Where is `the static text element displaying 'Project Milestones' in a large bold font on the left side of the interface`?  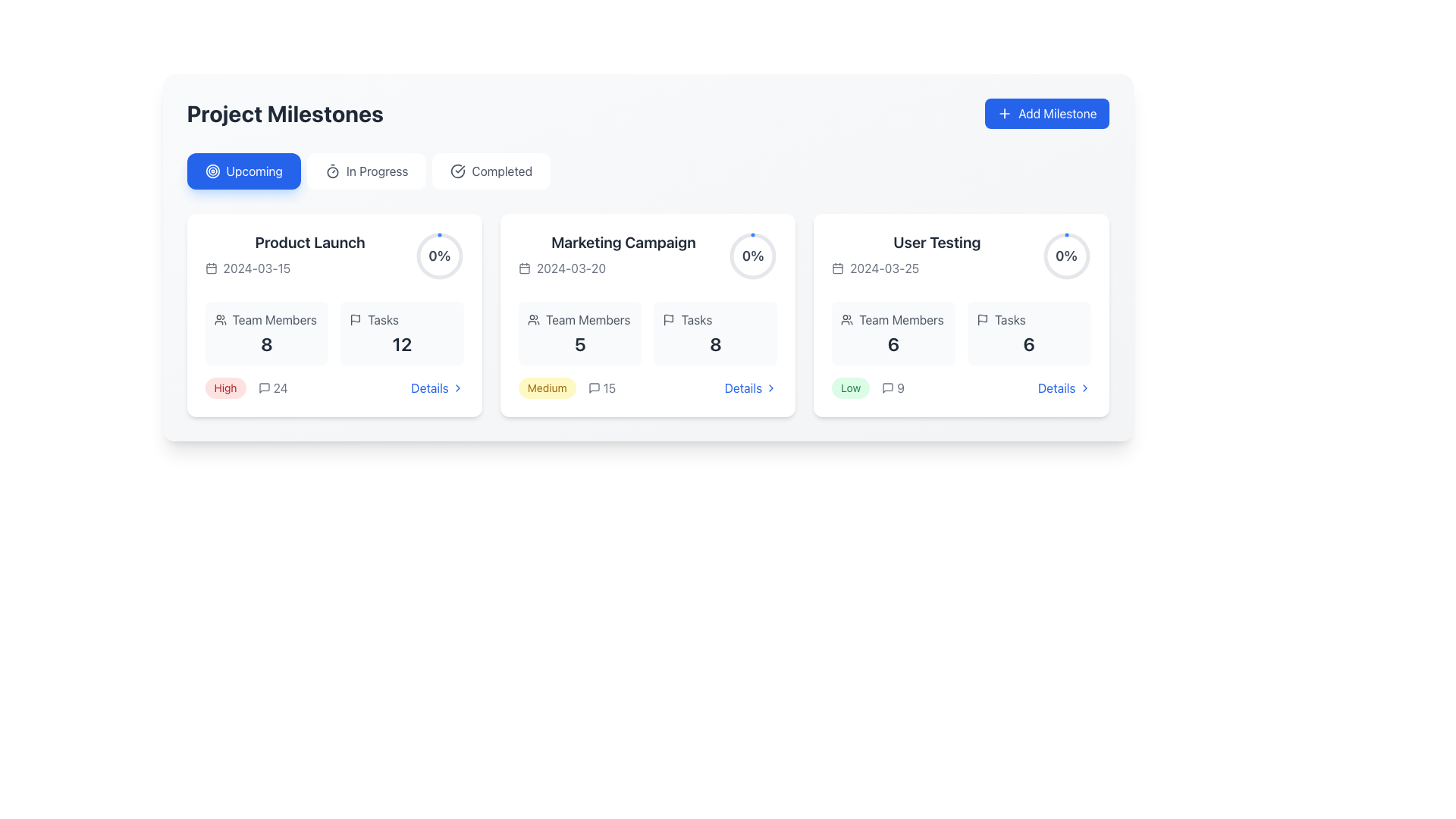
the static text element displaying 'Project Milestones' in a large bold font on the left side of the interface is located at coordinates (285, 113).